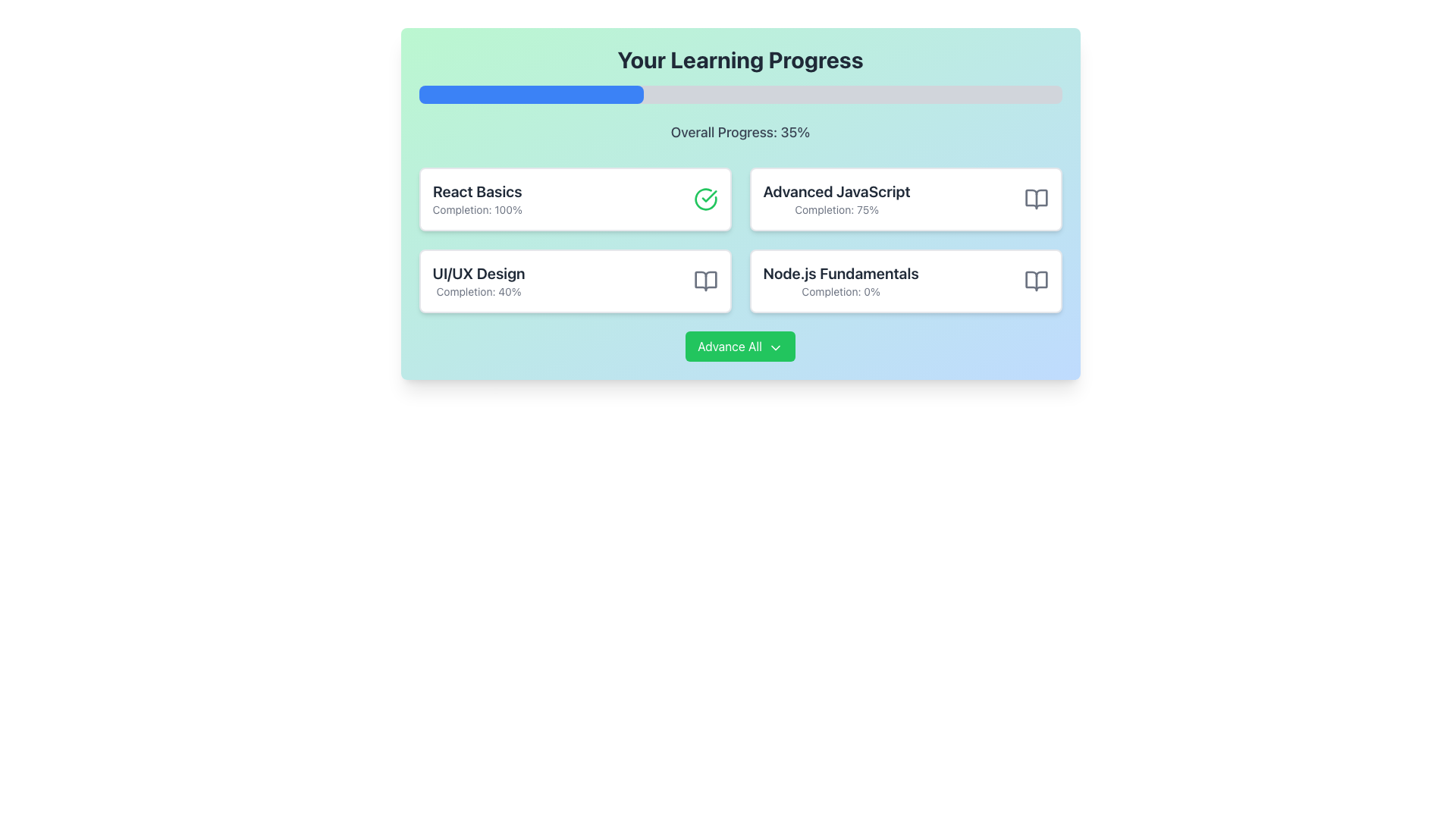 The width and height of the screenshot is (1456, 819). Describe the element at coordinates (663, 94) in the screenshot. I see `progress` at that location.